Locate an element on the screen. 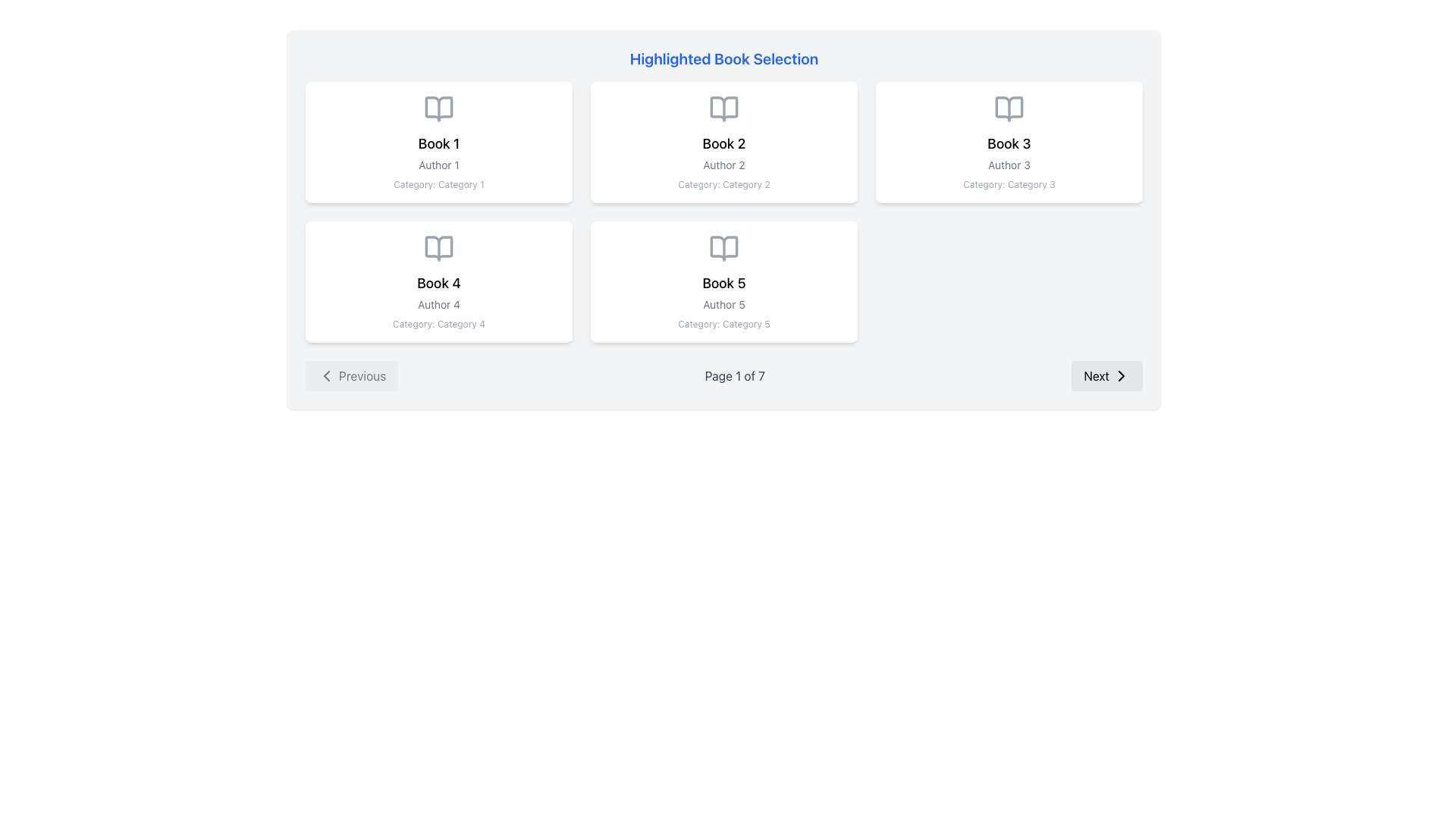 The width and height of the screenshot is (1456, 819). the Text Label that serves as the title of the central book in the first row of a grid layout, positioned above the author and category information and below the book icon is located at coordinates (723, 143).